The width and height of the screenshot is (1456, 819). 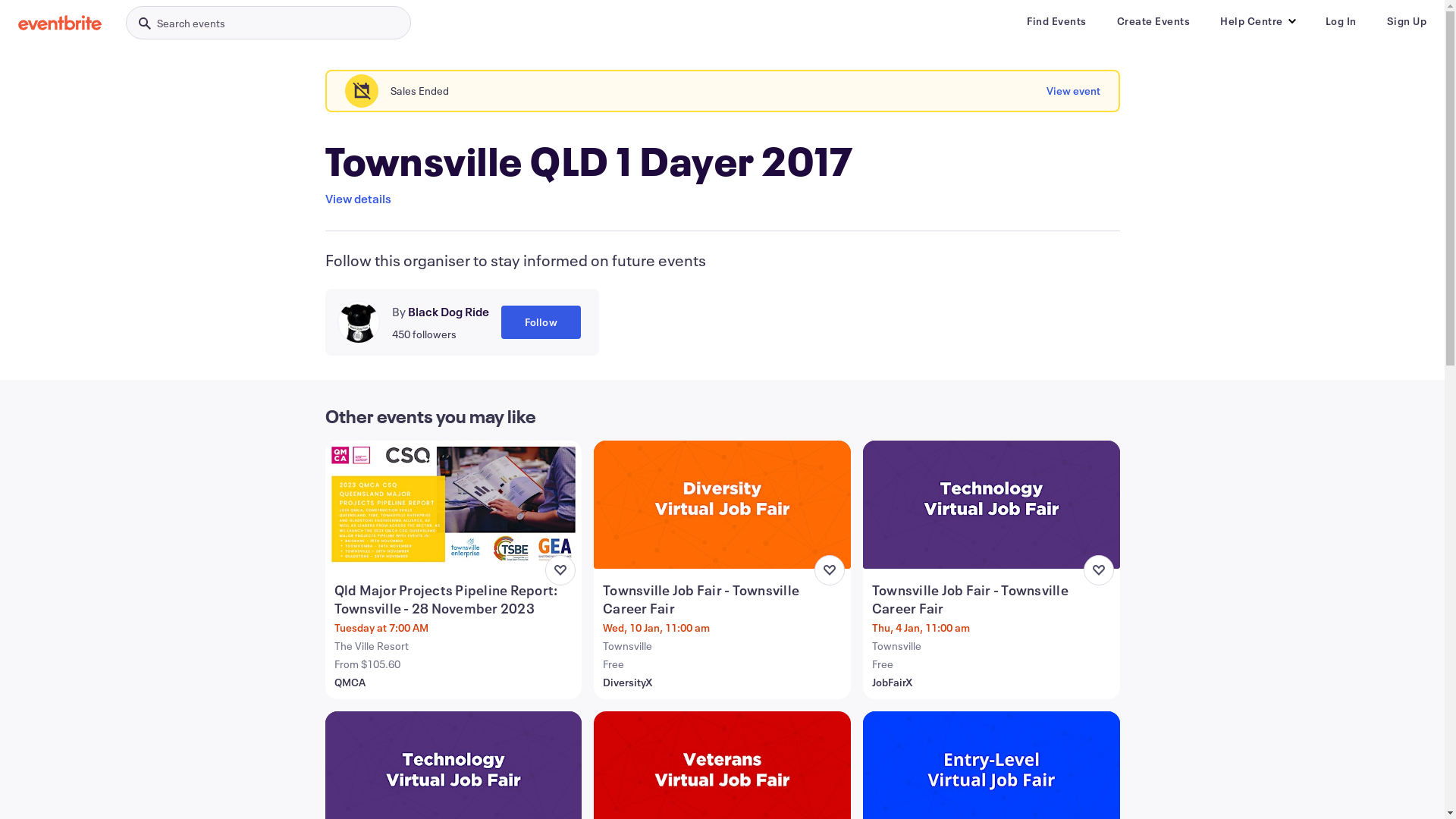 I want to click on 'Follow', so click(x=540, y=321).